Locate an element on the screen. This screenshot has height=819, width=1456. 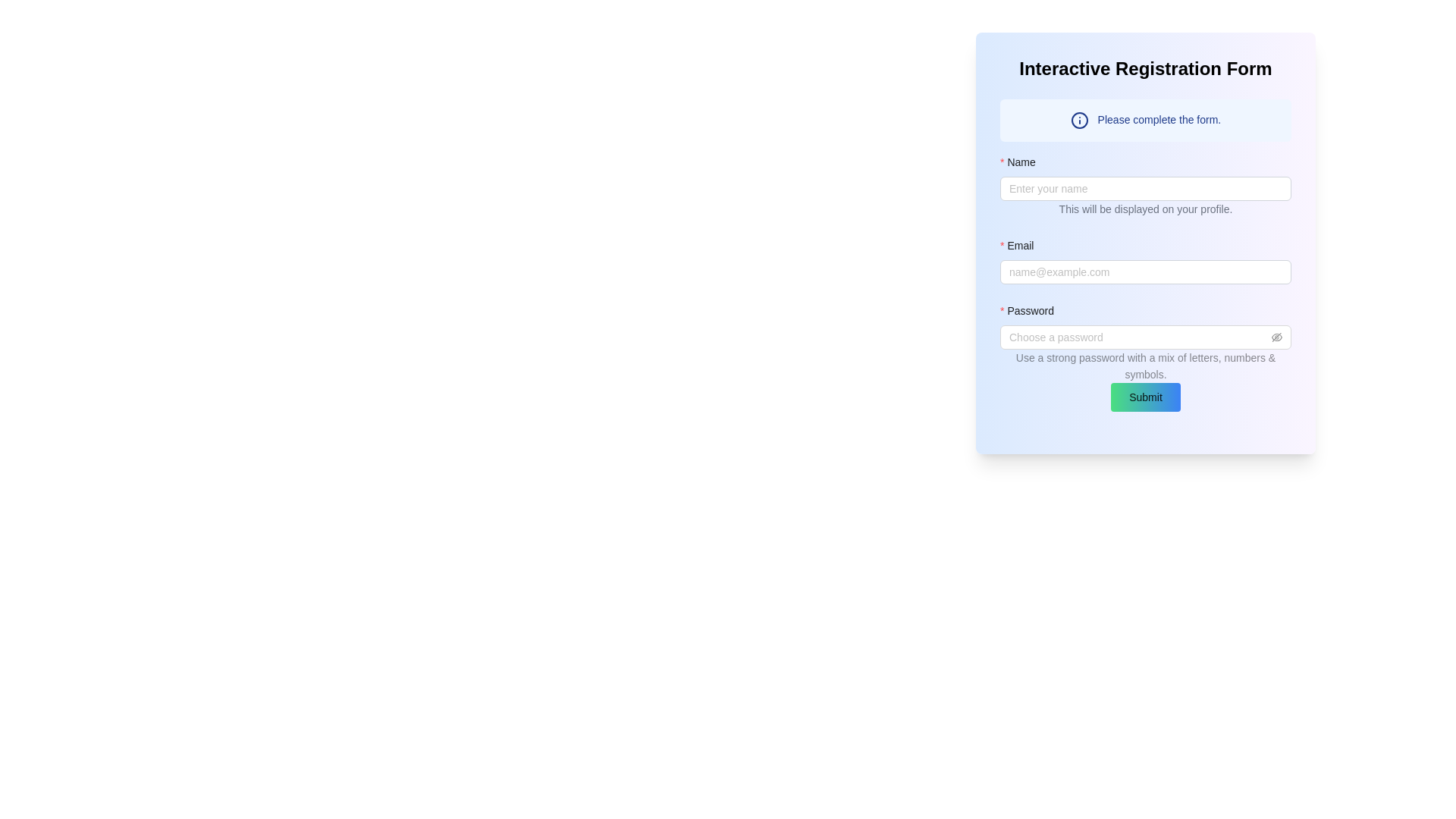
the Icon Button that toggles the visibility of the password field is located at coordinates (1276, 336).